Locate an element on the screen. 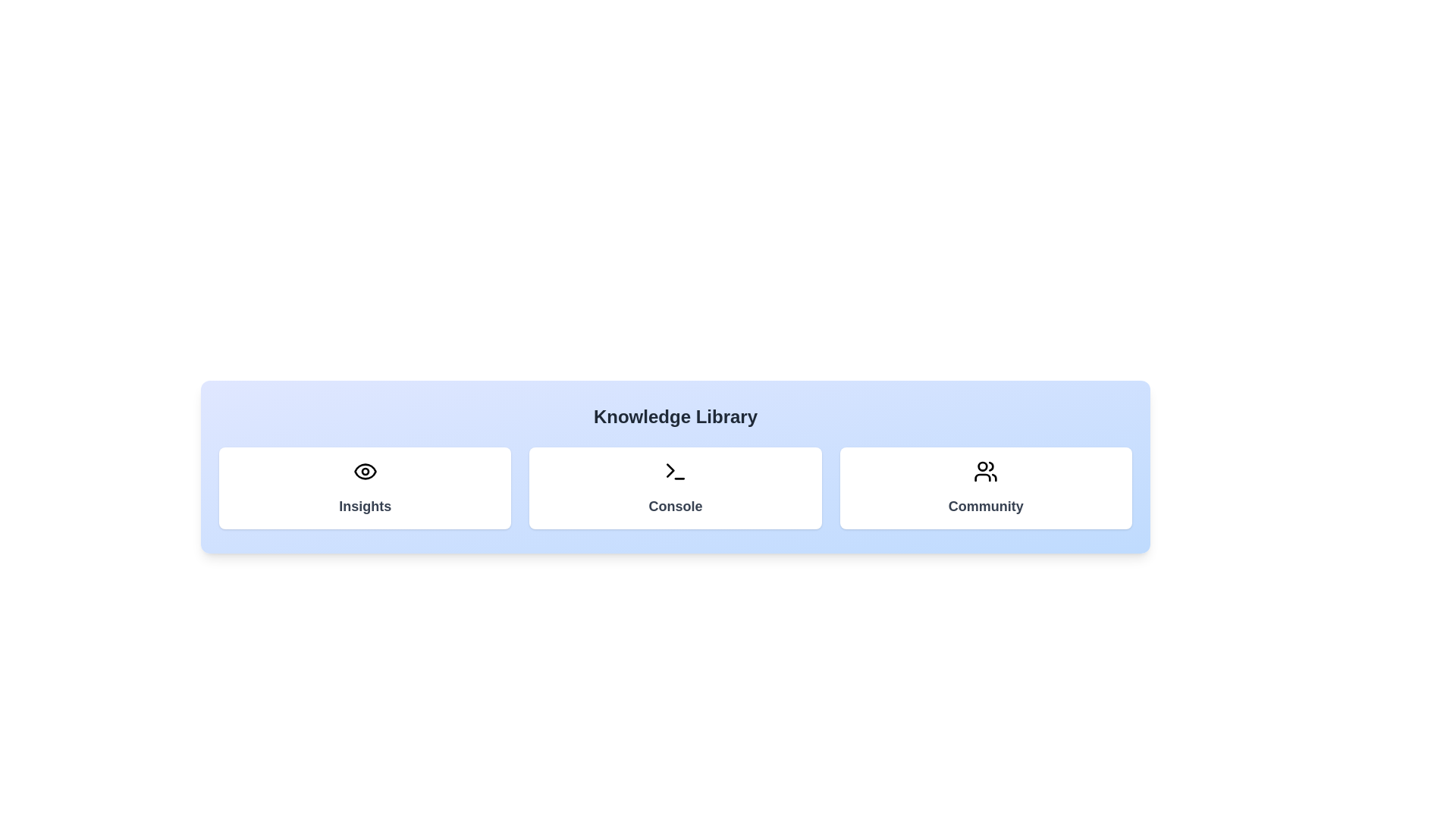  the 'Console' interactive icon located at the center of the card in the middle row of the grid under the 'Knowledge Library' header is located at coordinates (675, 470).